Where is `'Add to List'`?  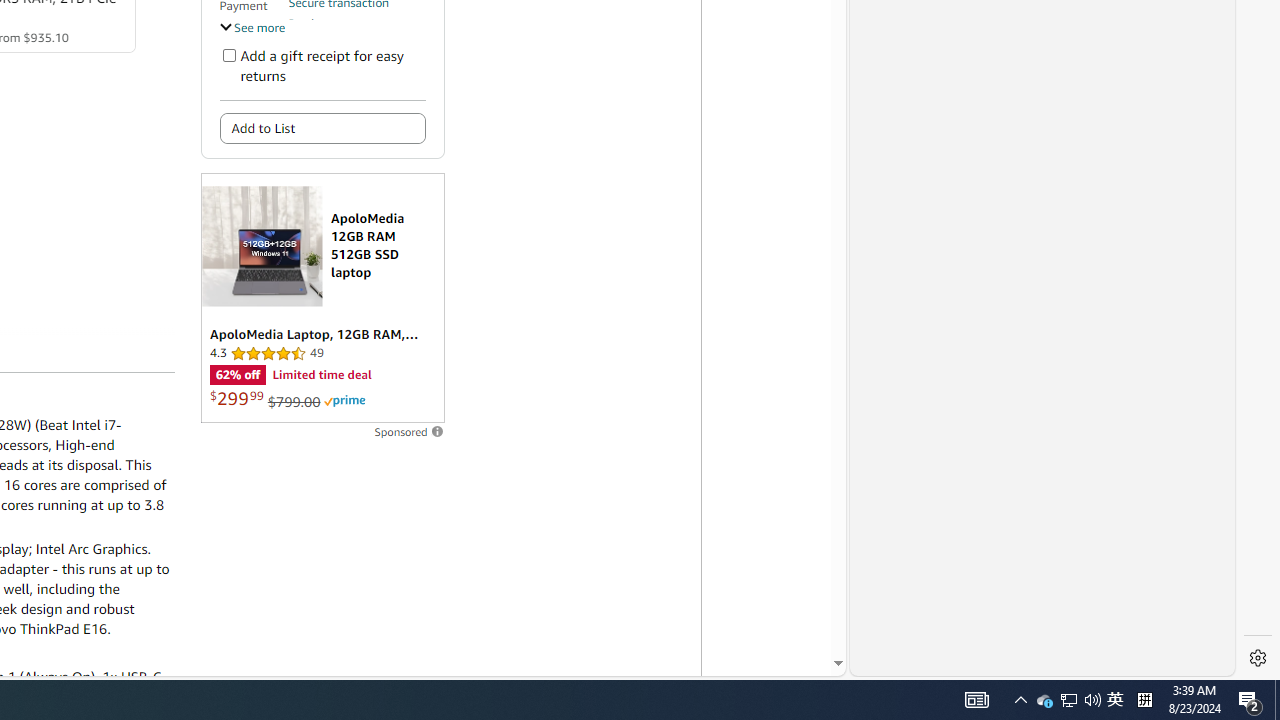
'Add to List' is located at coordinates (322, 128).